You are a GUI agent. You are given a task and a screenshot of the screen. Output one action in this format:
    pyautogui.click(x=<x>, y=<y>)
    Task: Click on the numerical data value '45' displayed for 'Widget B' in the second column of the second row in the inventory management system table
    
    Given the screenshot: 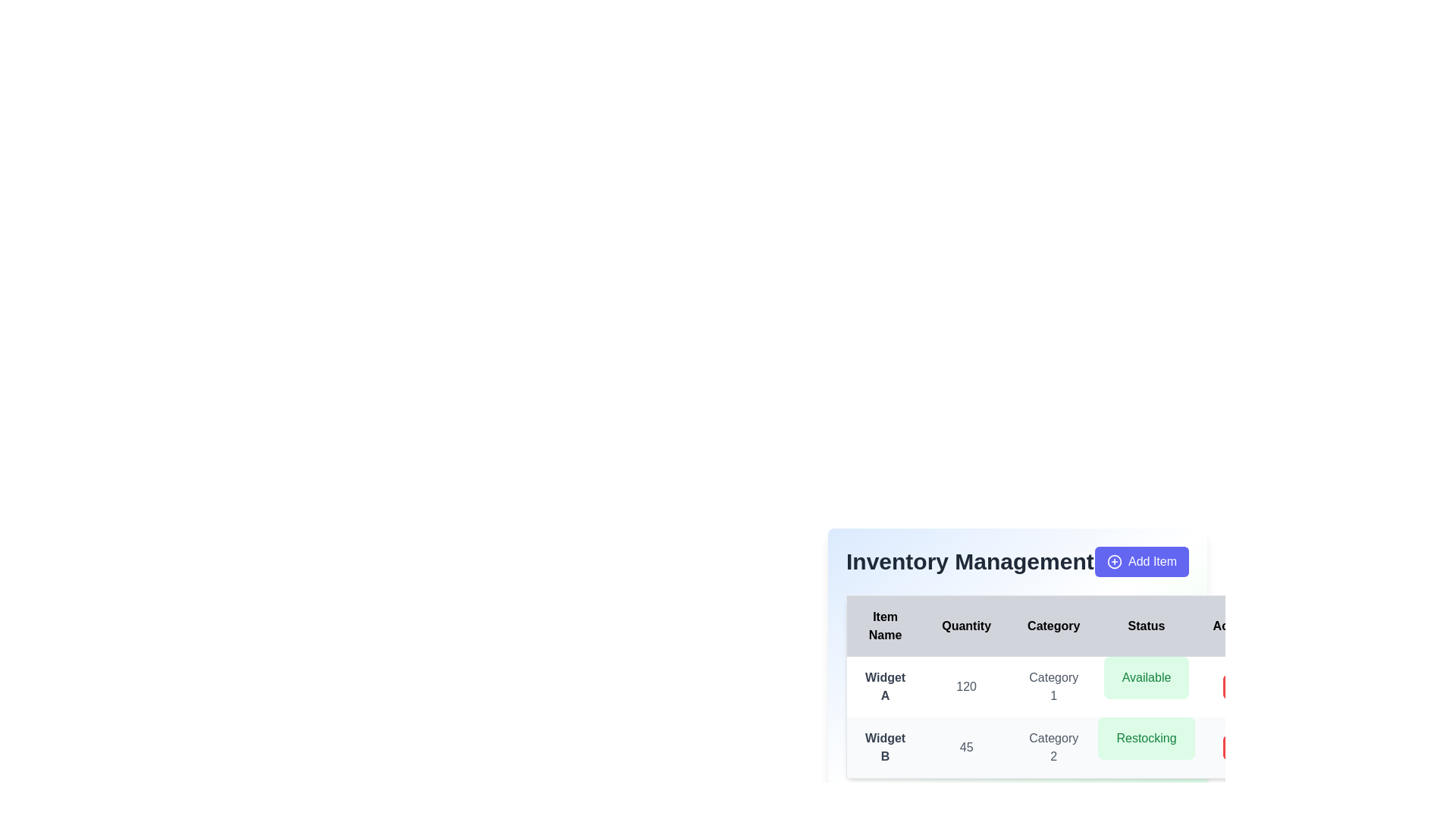 What is the action you would take?
    pyautogui.click(x=965, y=747)
    